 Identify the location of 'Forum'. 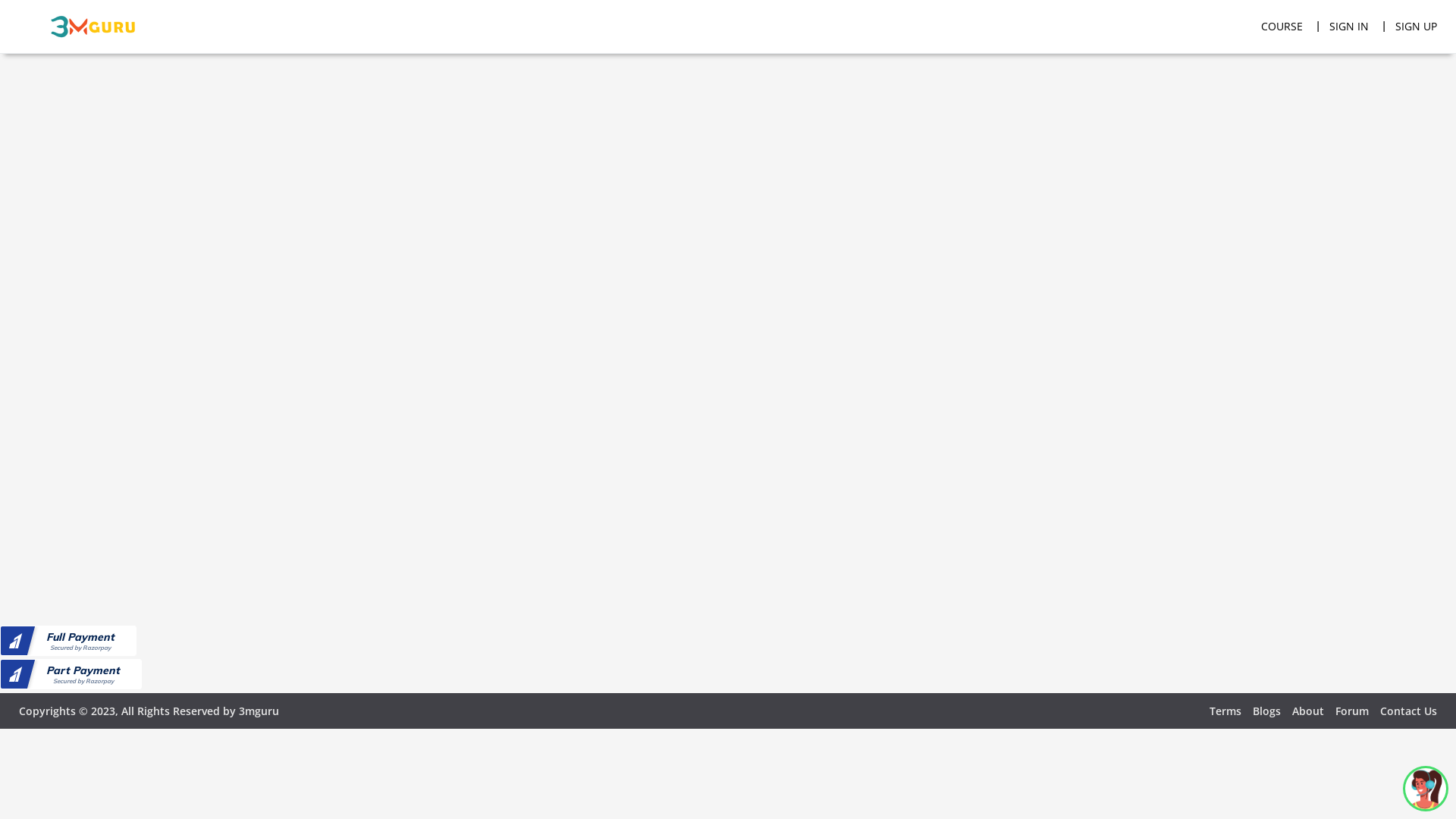
(1351, 711).